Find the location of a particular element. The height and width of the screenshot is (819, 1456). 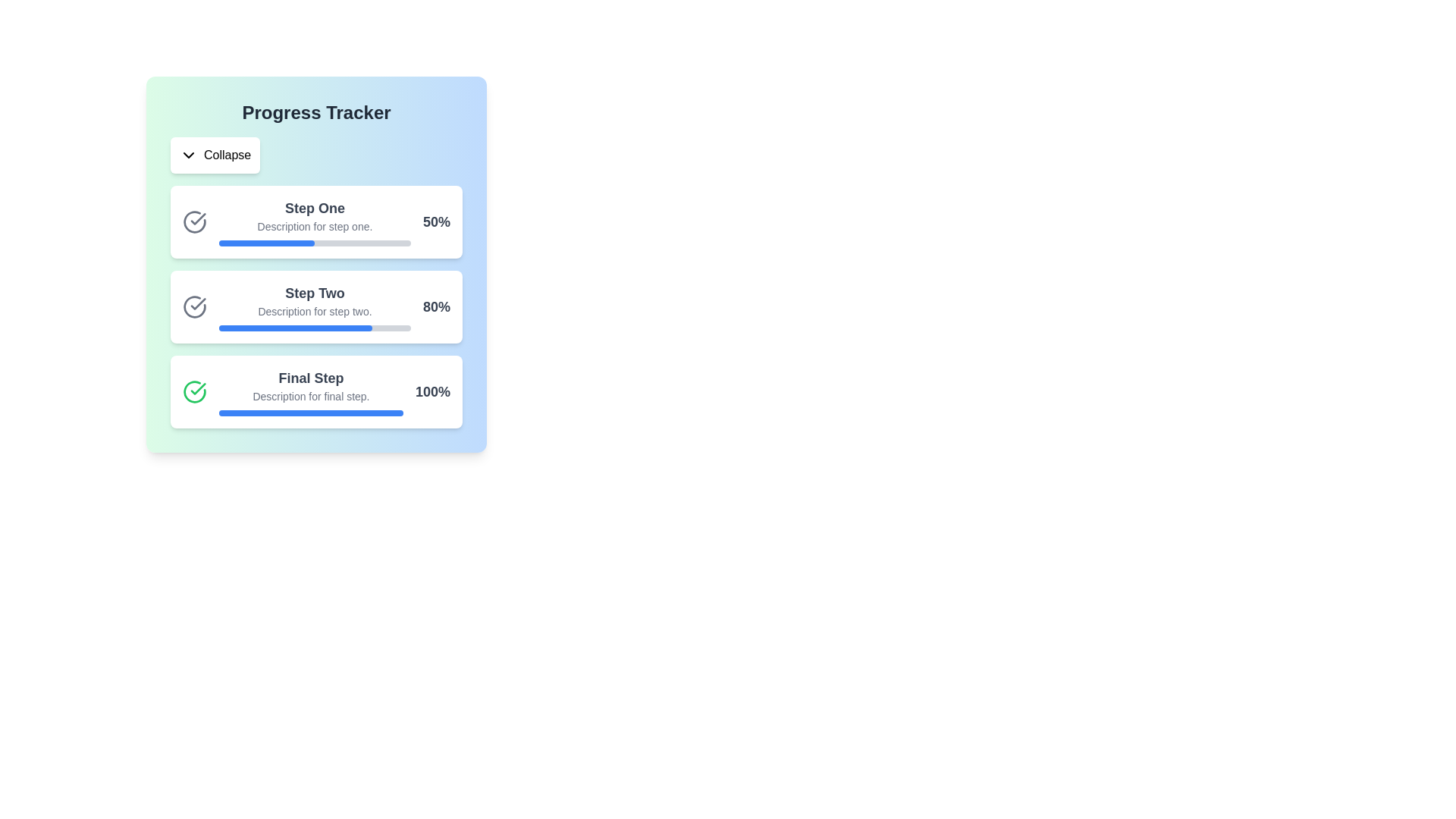

the completion percentage visually on the Progress bar located below the 'Step One' text and its description, as it is the only progress bar associated with this section is located at coordinates (314, 242).